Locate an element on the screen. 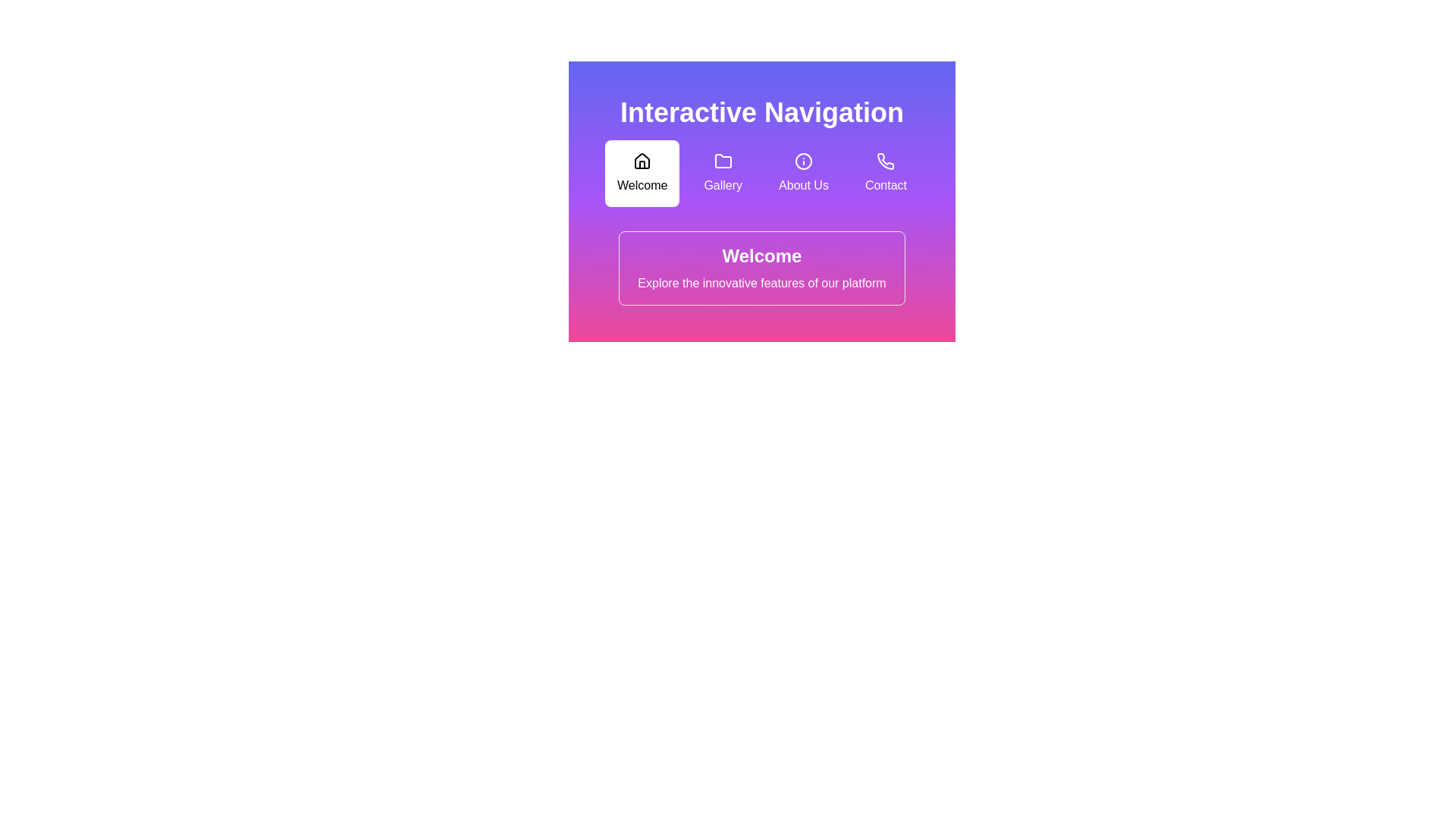 The image size is (1456, 819). the house icon that represents the 'Welcome' button in the top navigation bar, which is the first item in the list is located at coordinates (642, 165).